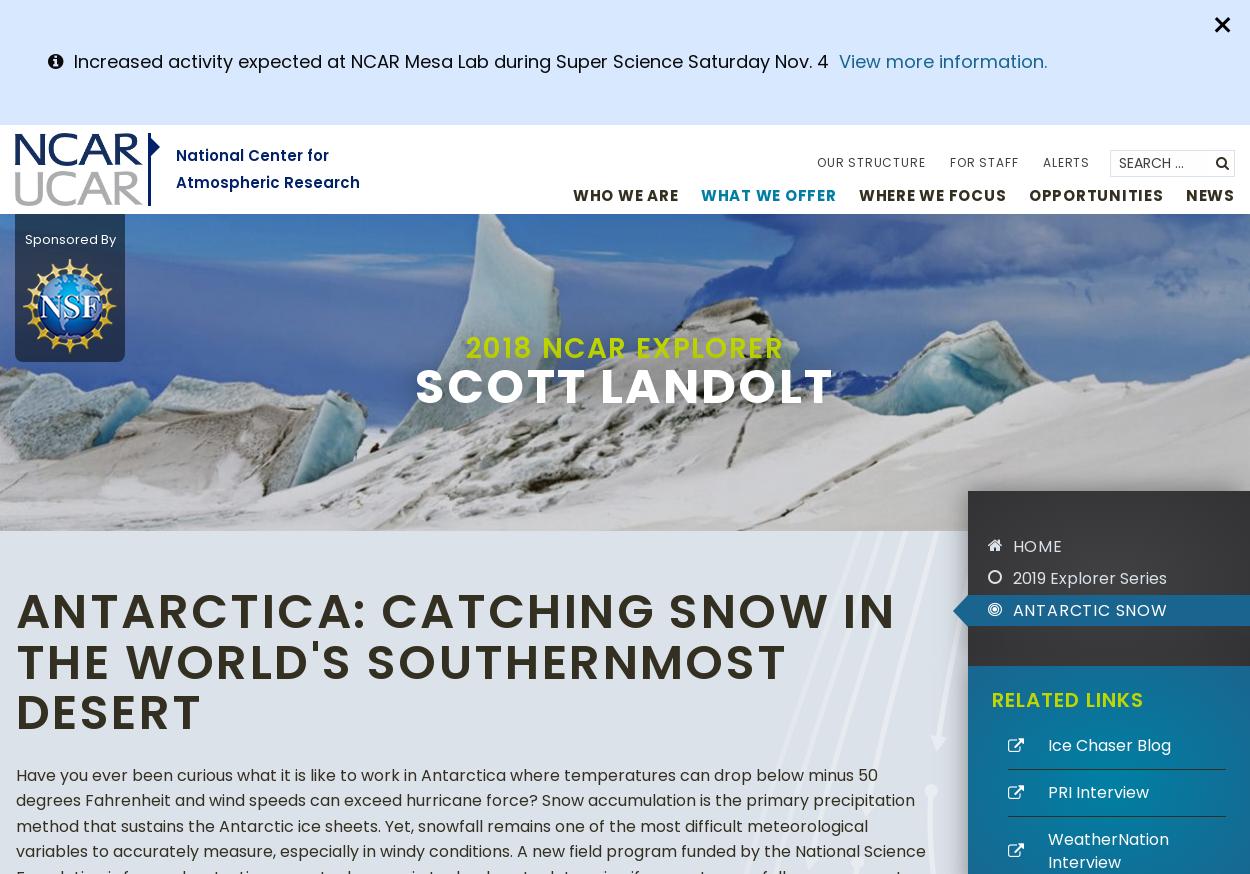  What do you see at coordinates (1094, 193) in the screenshot?
I see `'Opportunities'` at bounding box center [1094, 193].